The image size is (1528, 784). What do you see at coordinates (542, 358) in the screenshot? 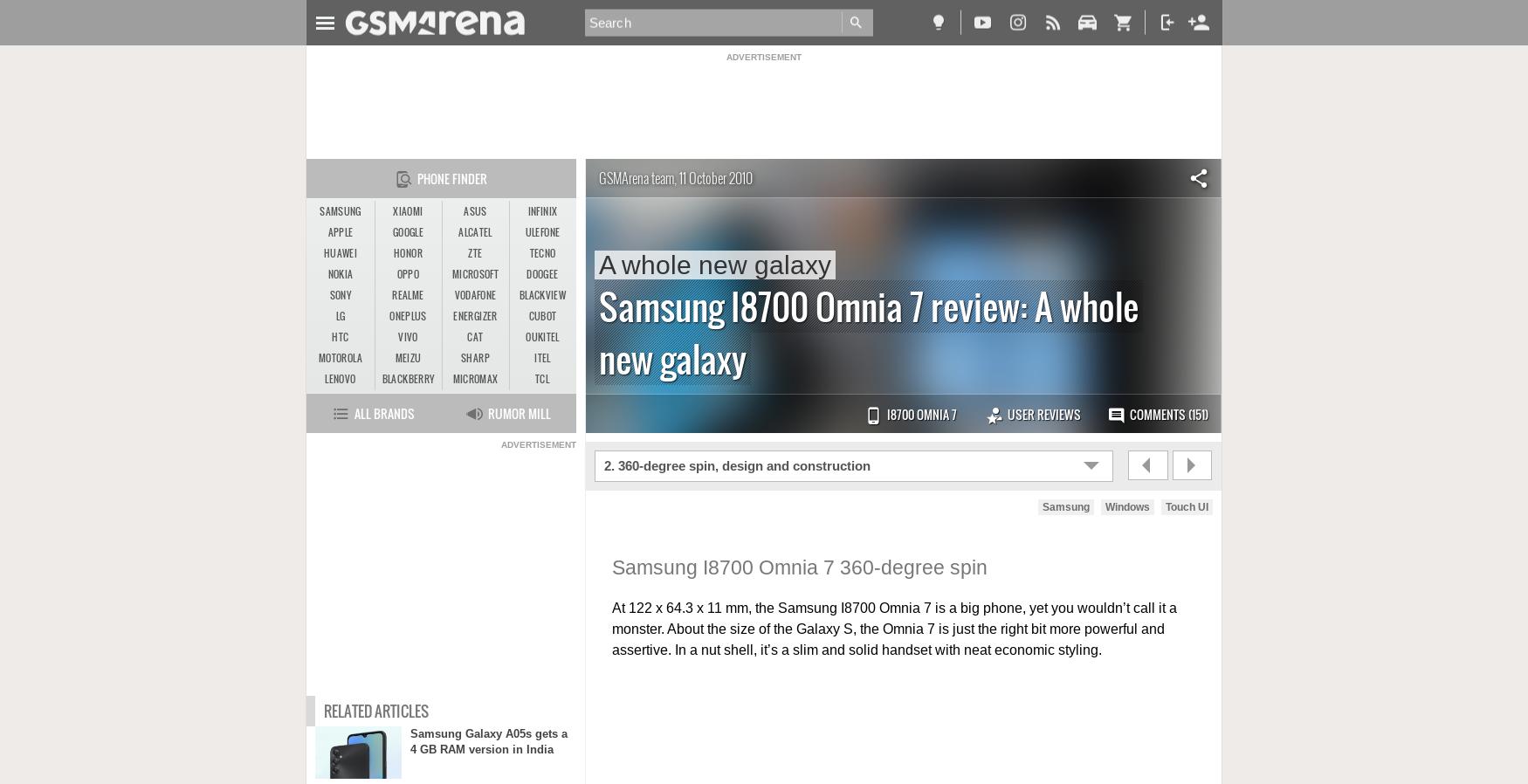
I see `'Itel'` at bounding box center [542, 358].